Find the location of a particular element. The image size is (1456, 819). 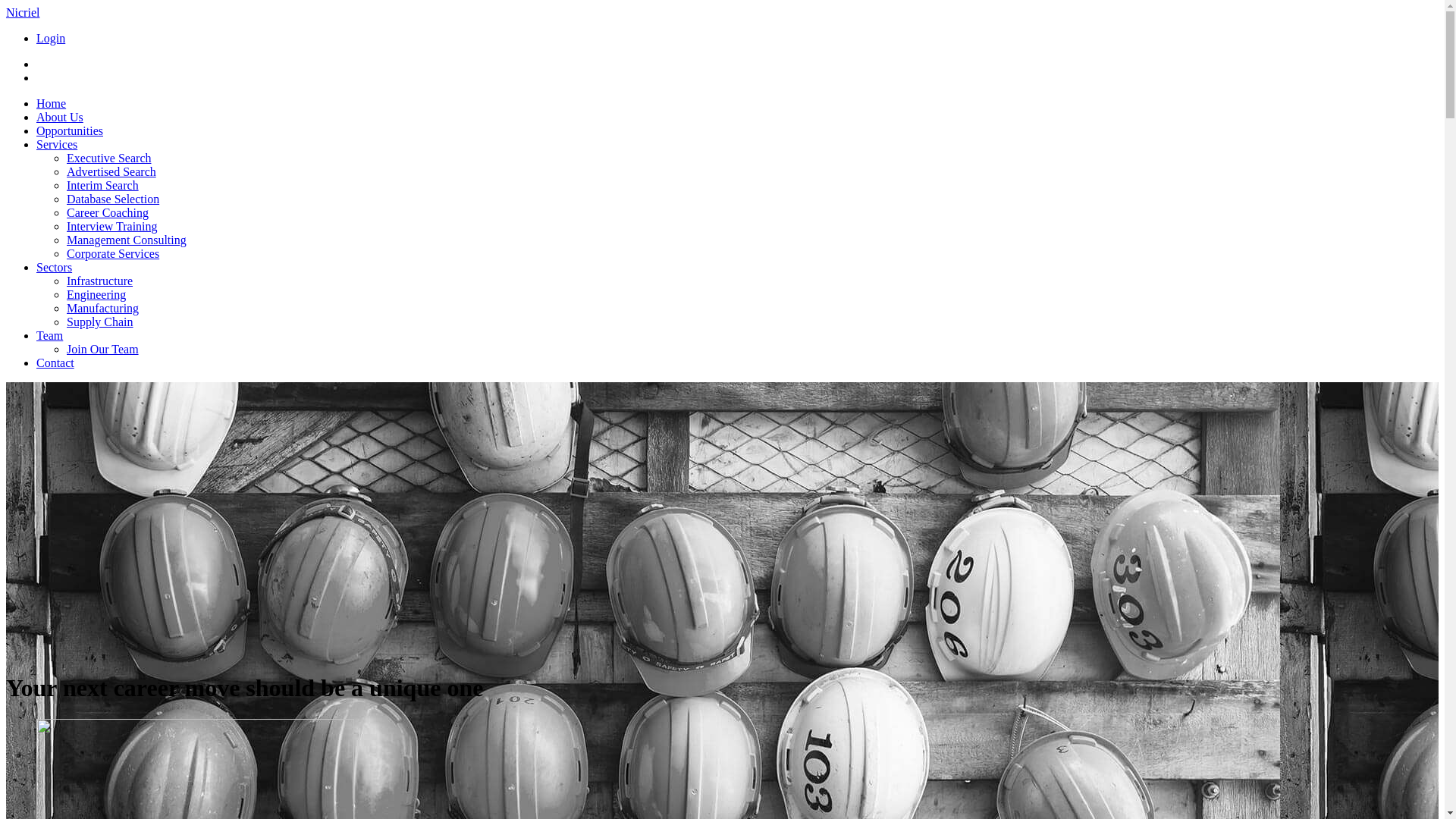

'Interim Search' is located at coordinates (102, 184).